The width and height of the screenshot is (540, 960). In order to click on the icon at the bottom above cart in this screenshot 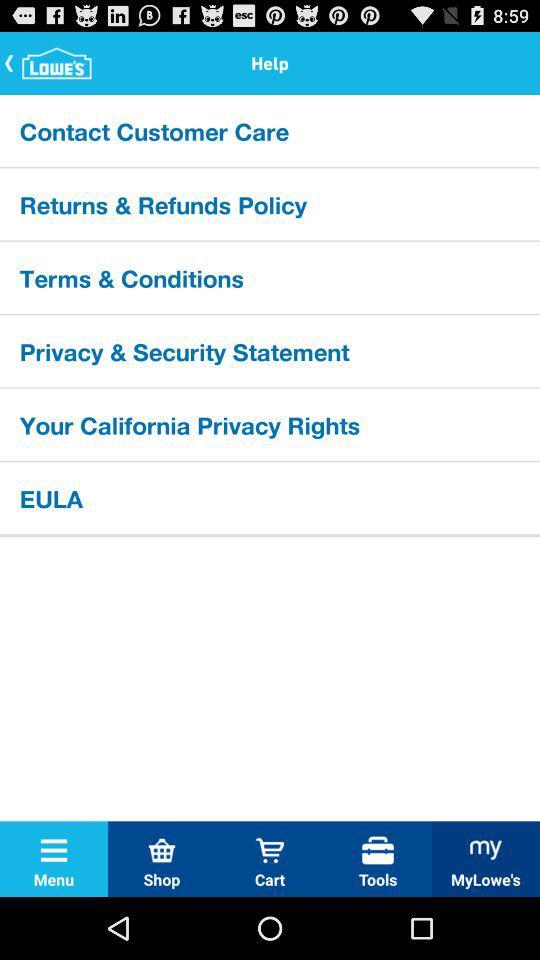, I will do `click(270, 849)`.